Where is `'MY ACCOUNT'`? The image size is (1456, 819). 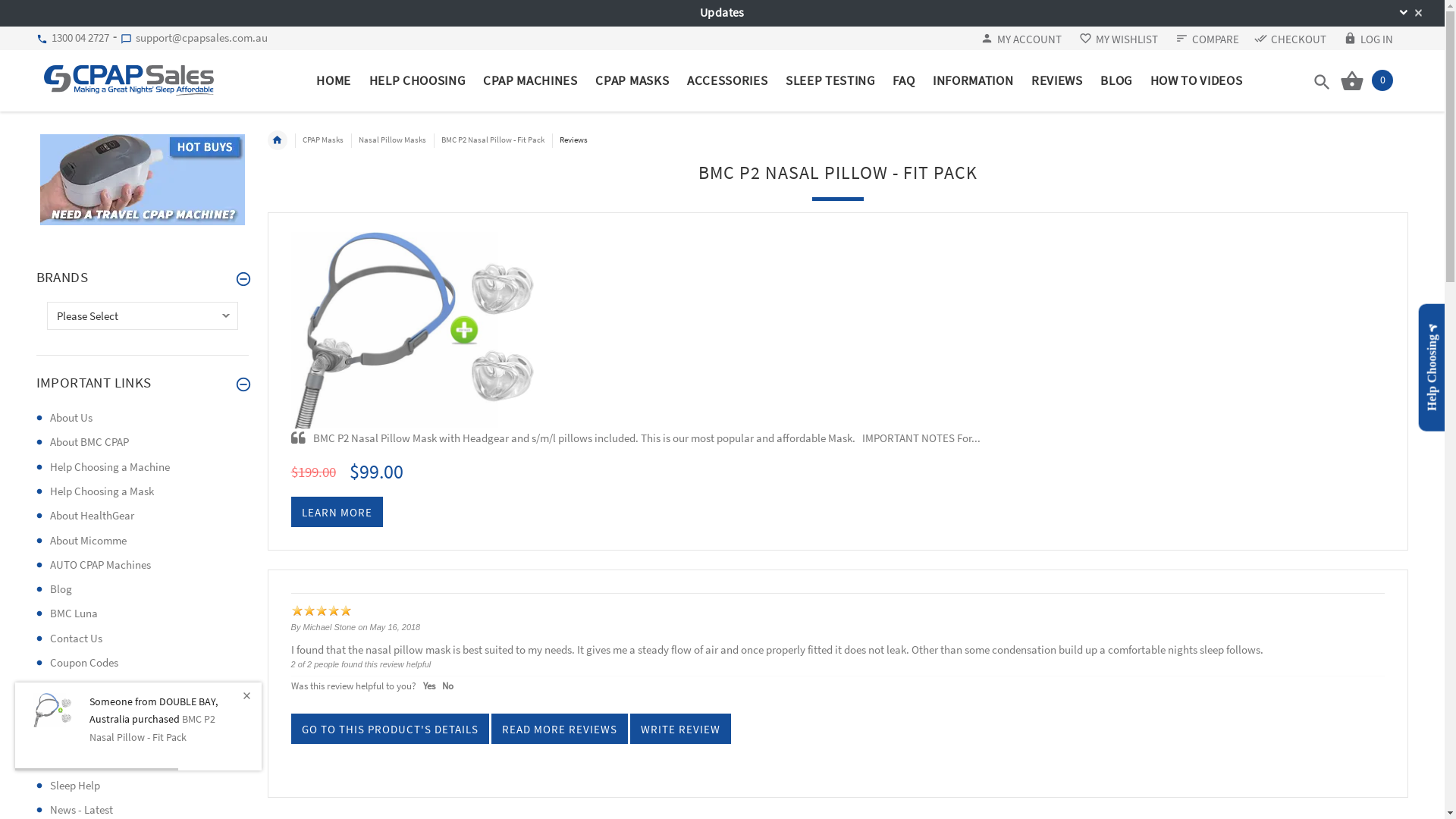 'MY ACCOUNT' is located at coordinates (1021, 38).